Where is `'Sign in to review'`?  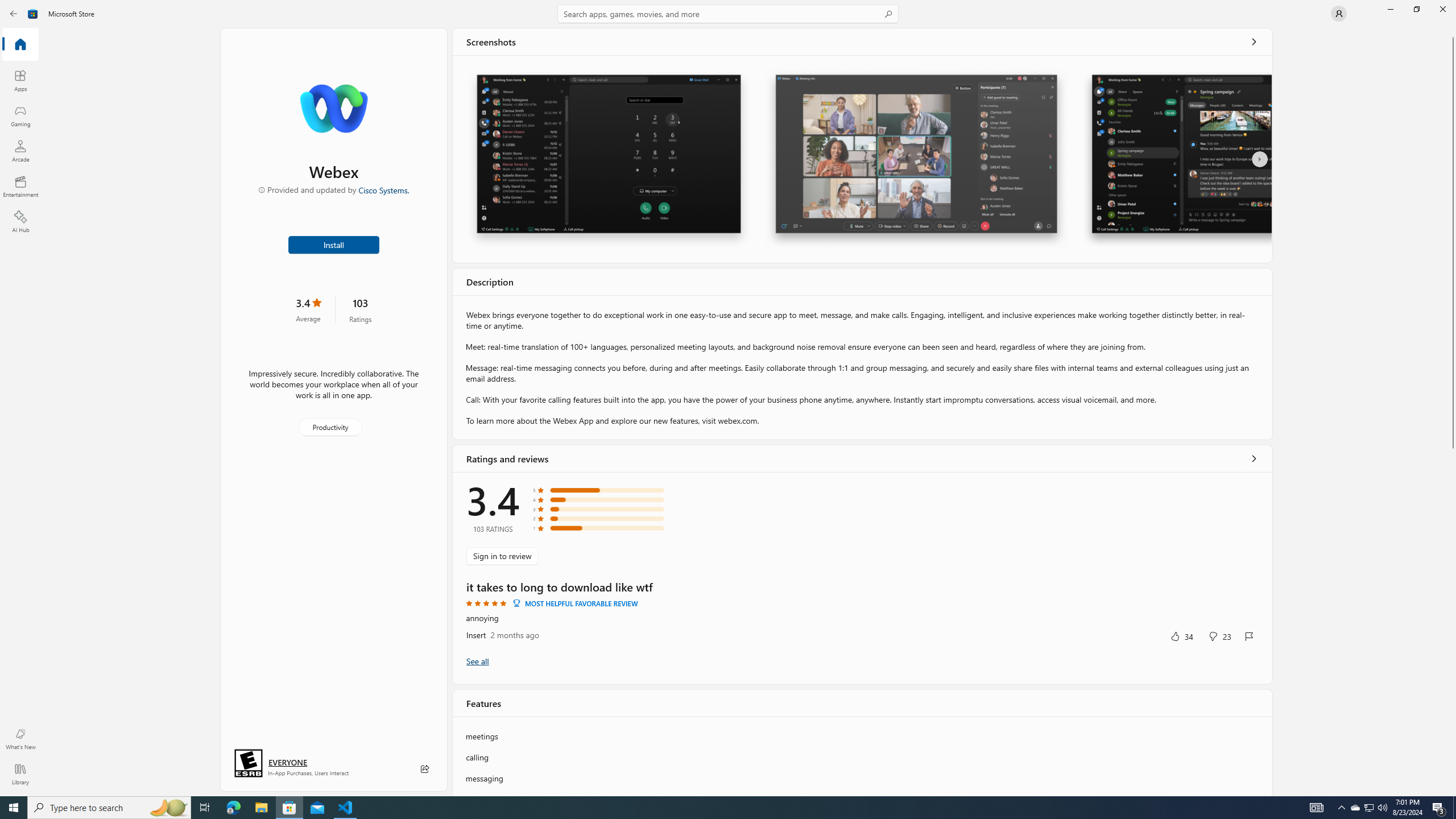
'Sign in to review' is located at coordinates (502, 555).